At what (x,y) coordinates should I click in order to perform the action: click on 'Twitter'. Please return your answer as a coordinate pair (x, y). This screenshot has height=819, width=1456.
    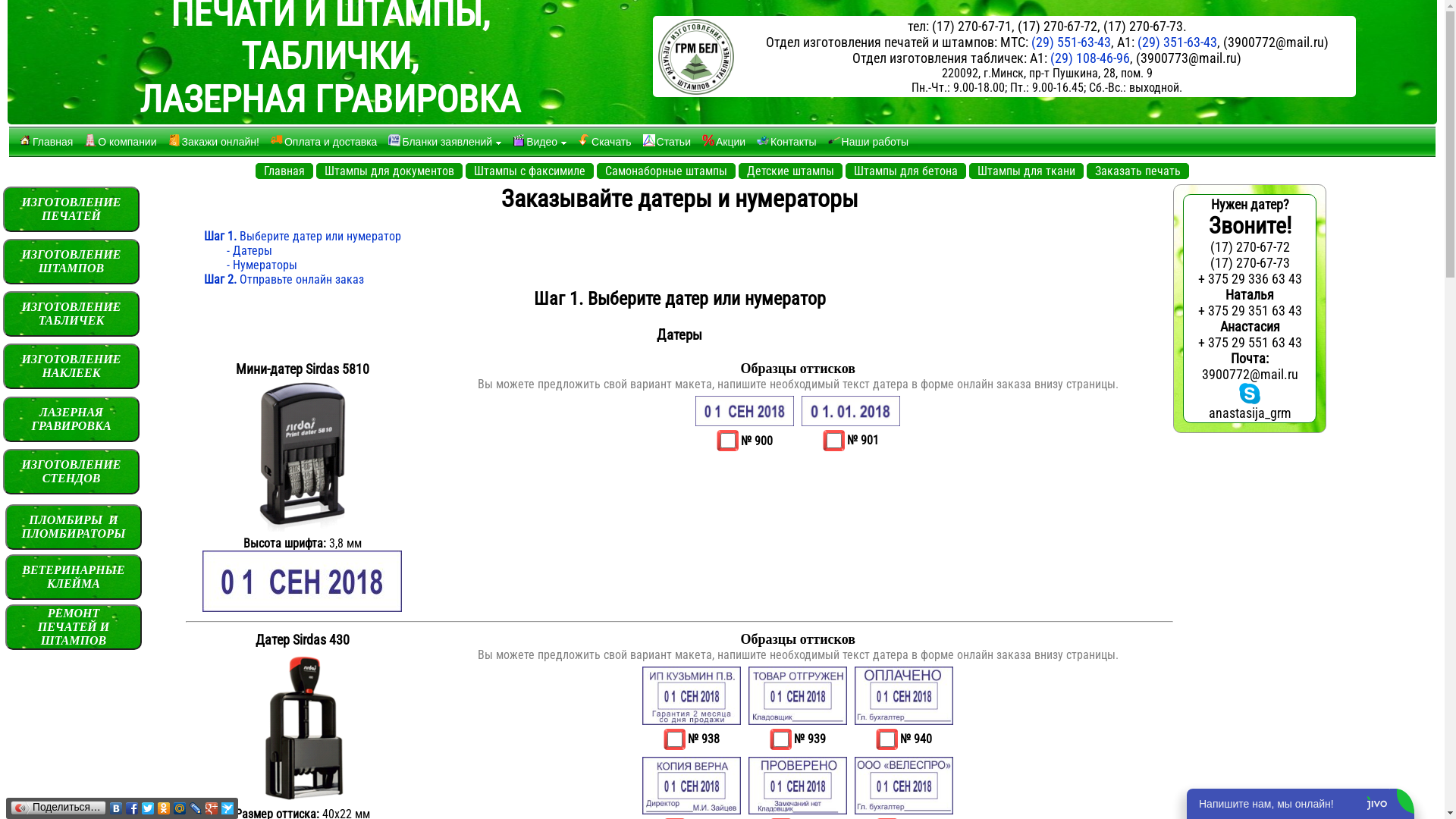
    Looking at the image, I should click on (148, 807).